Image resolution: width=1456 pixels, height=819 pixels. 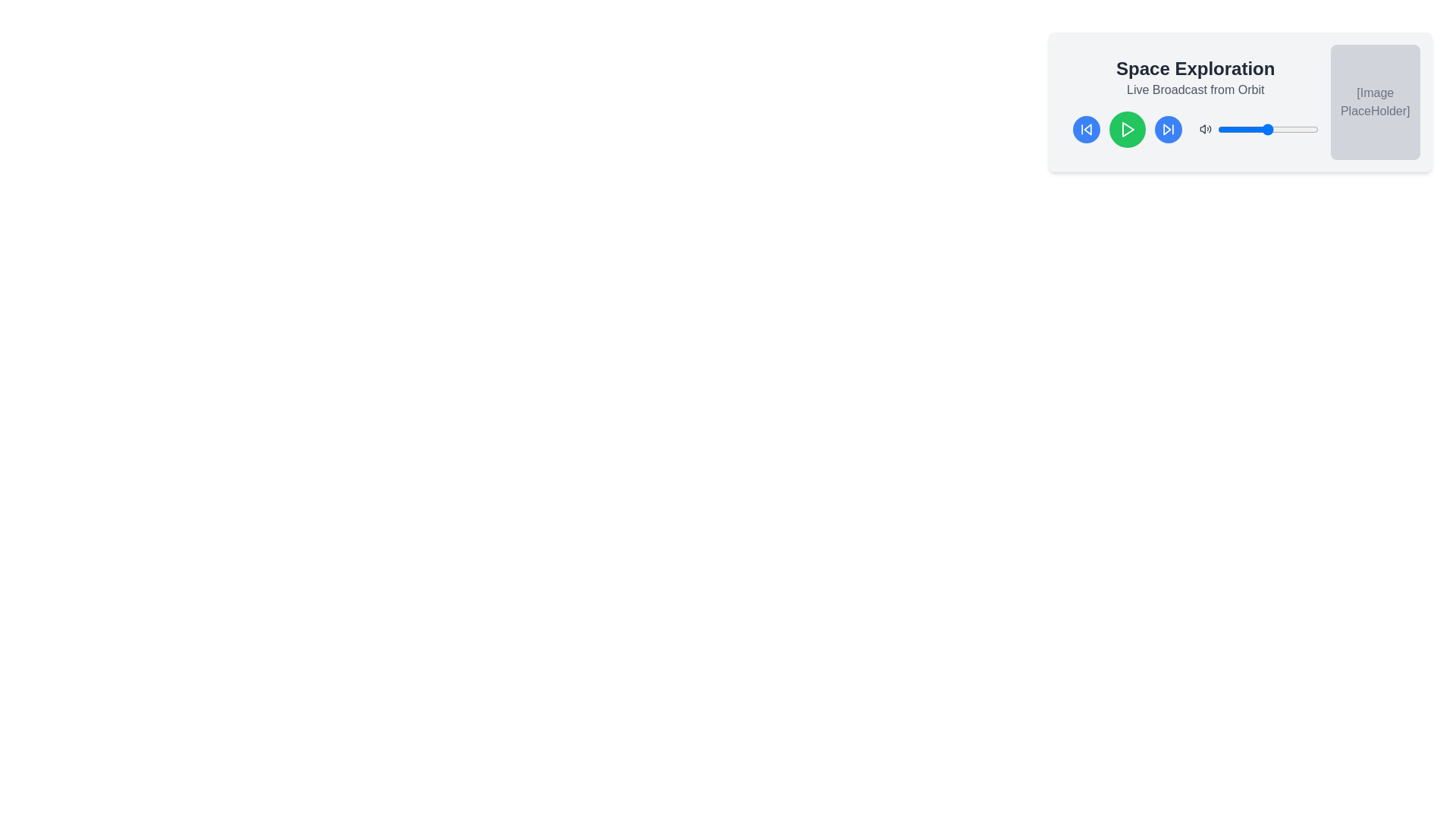 What do you see at coordinates (1128, 128) in the screenshot?
I see `the circular button with a green background and white triangular play icon, which is the third button from the left in the row of controls` at bounding box center [1128, 128].